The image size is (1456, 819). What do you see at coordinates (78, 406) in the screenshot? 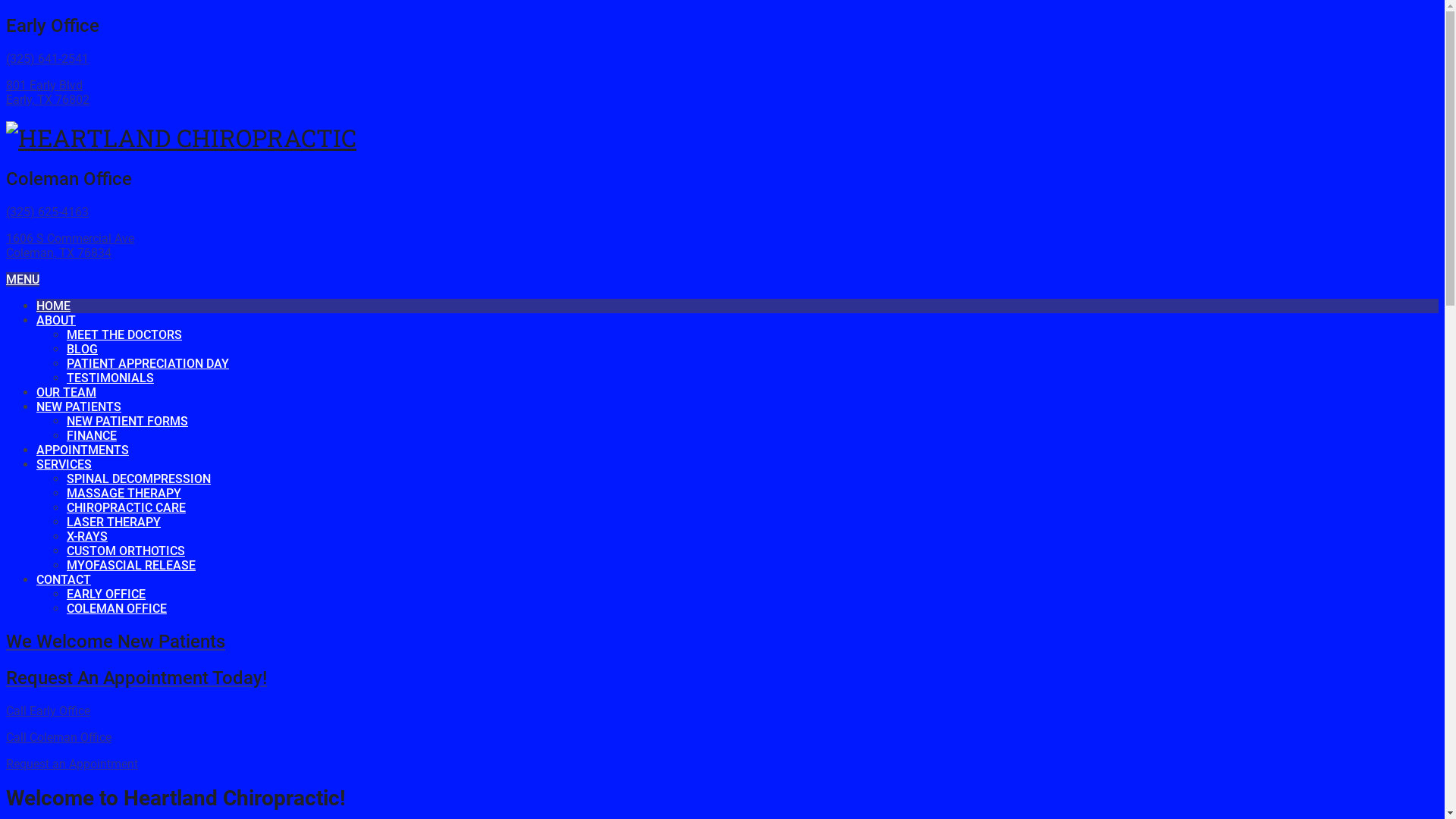
I see `'NEW PATIENTS'` at bounding box center [78, 406].